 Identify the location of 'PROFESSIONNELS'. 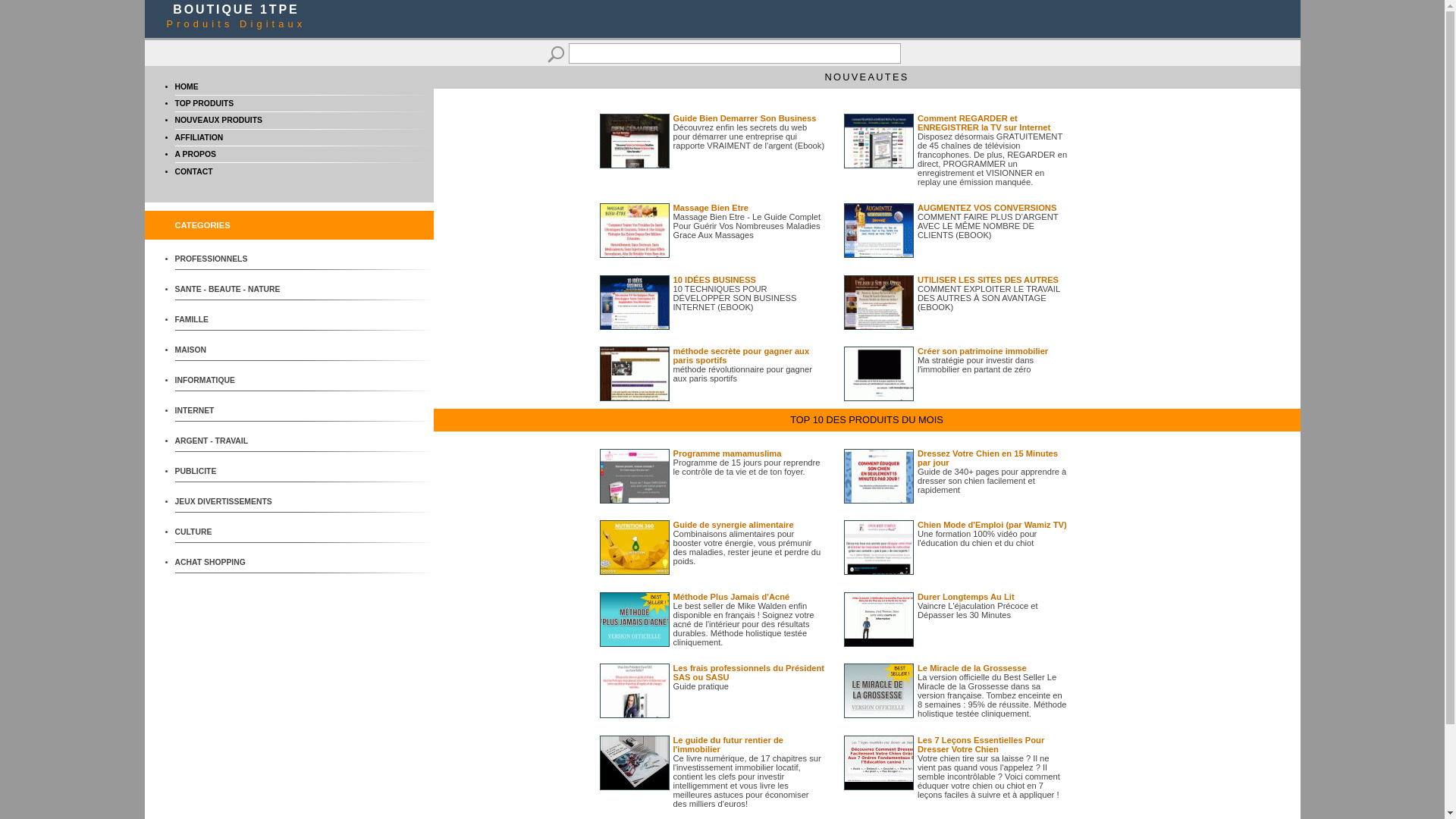
(231, 258).